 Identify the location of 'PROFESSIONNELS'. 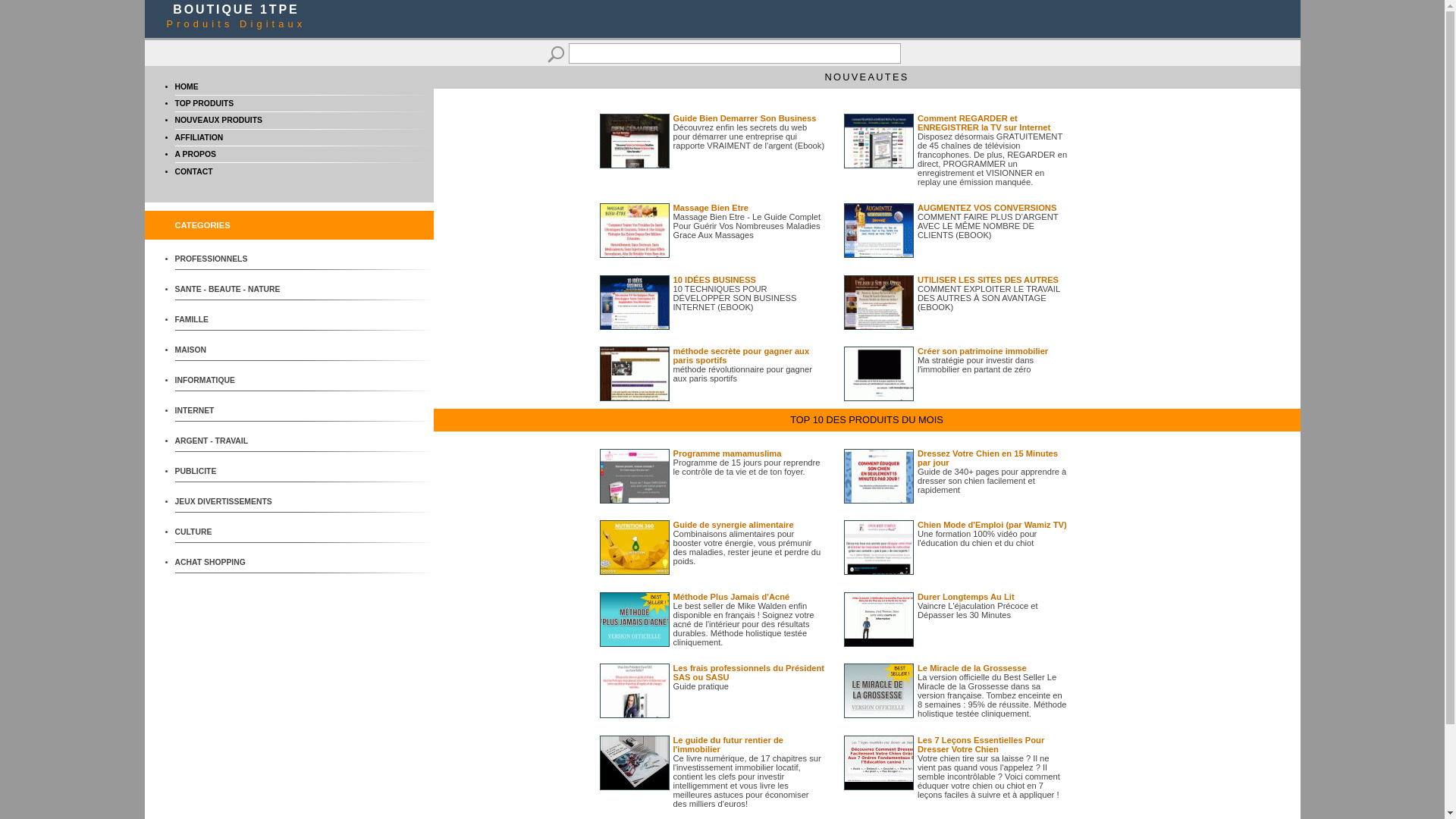
(231, 258).